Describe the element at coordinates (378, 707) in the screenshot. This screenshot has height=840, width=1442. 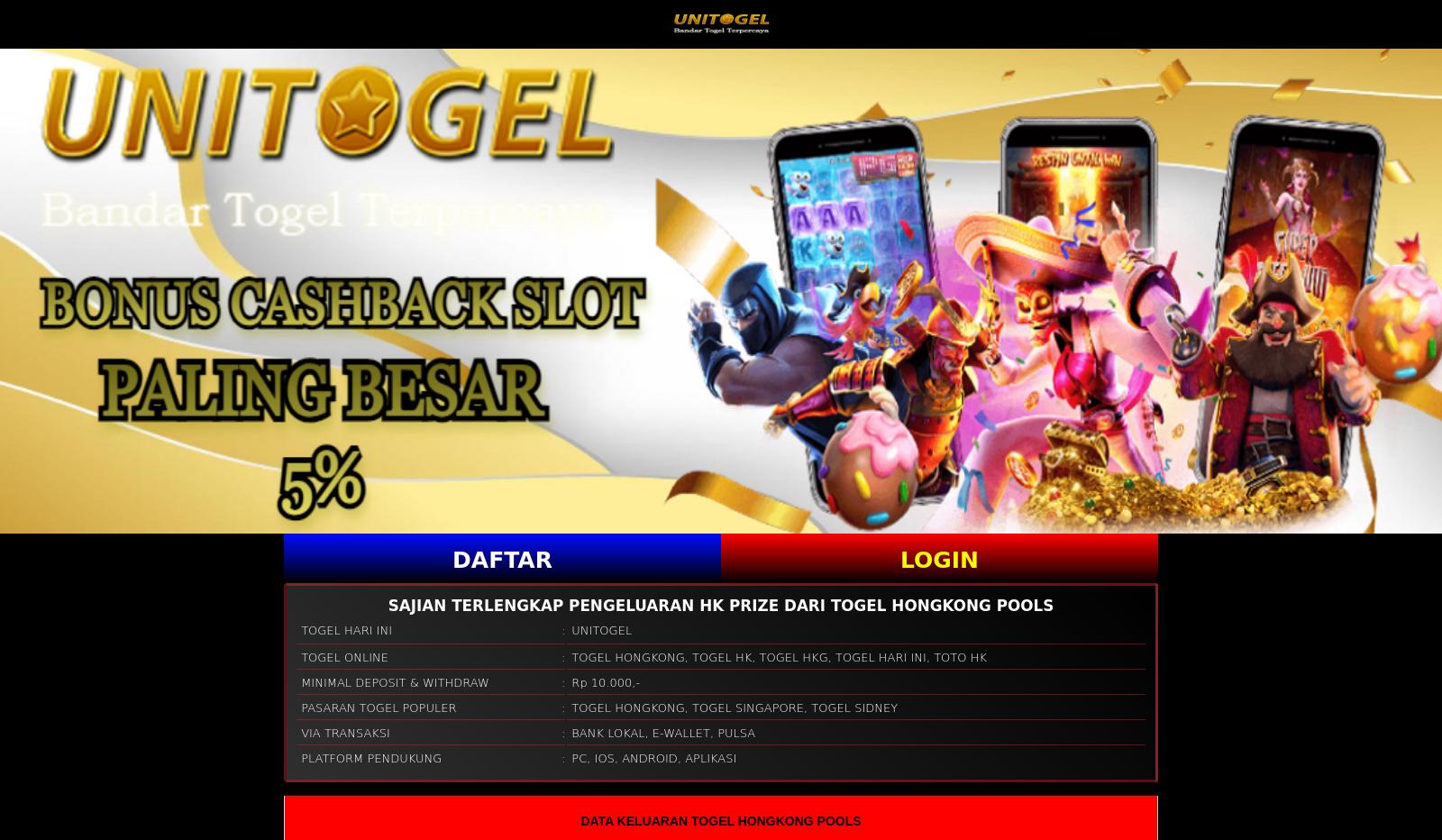
I see `'PASARAN TOGEL POPULER'` at that location.